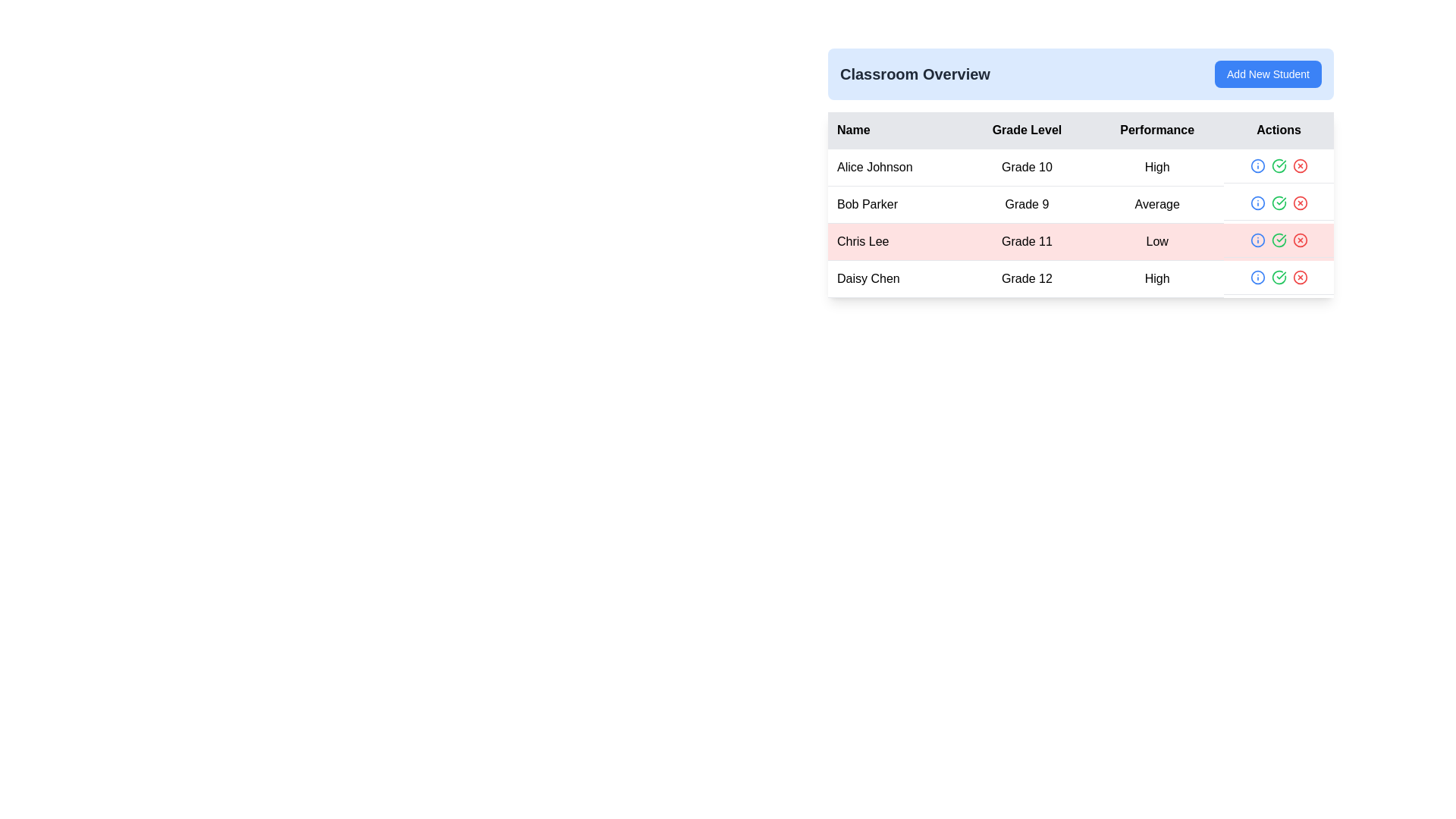  What do you see at coordinates (1257, 239) in the screenshot?
I see `the first action button in the 'Actions' column for 'Chris Lee'` at bounding box center [1257, 239].